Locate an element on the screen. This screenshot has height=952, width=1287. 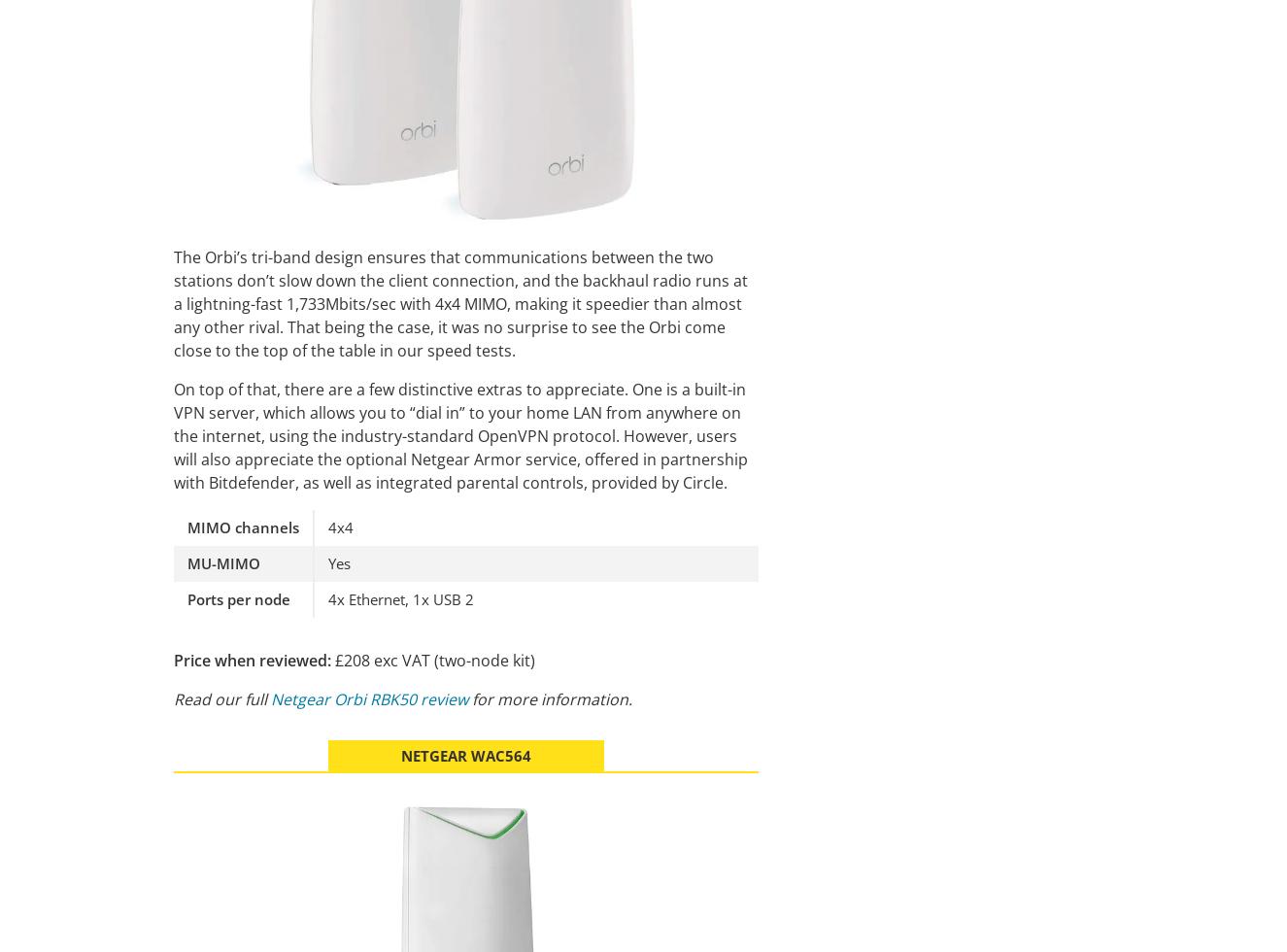
'4x Ethernet, 1x USB 2' is located at coordinates (401, 598).